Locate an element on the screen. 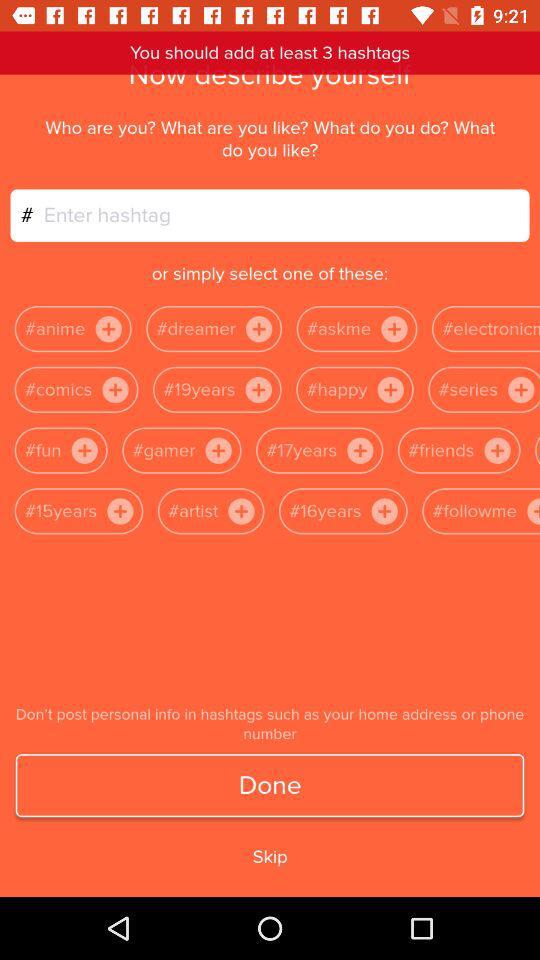 The image size is (540, 960). the text icon which is fourth row of second text is located at coordinates (241, 510).